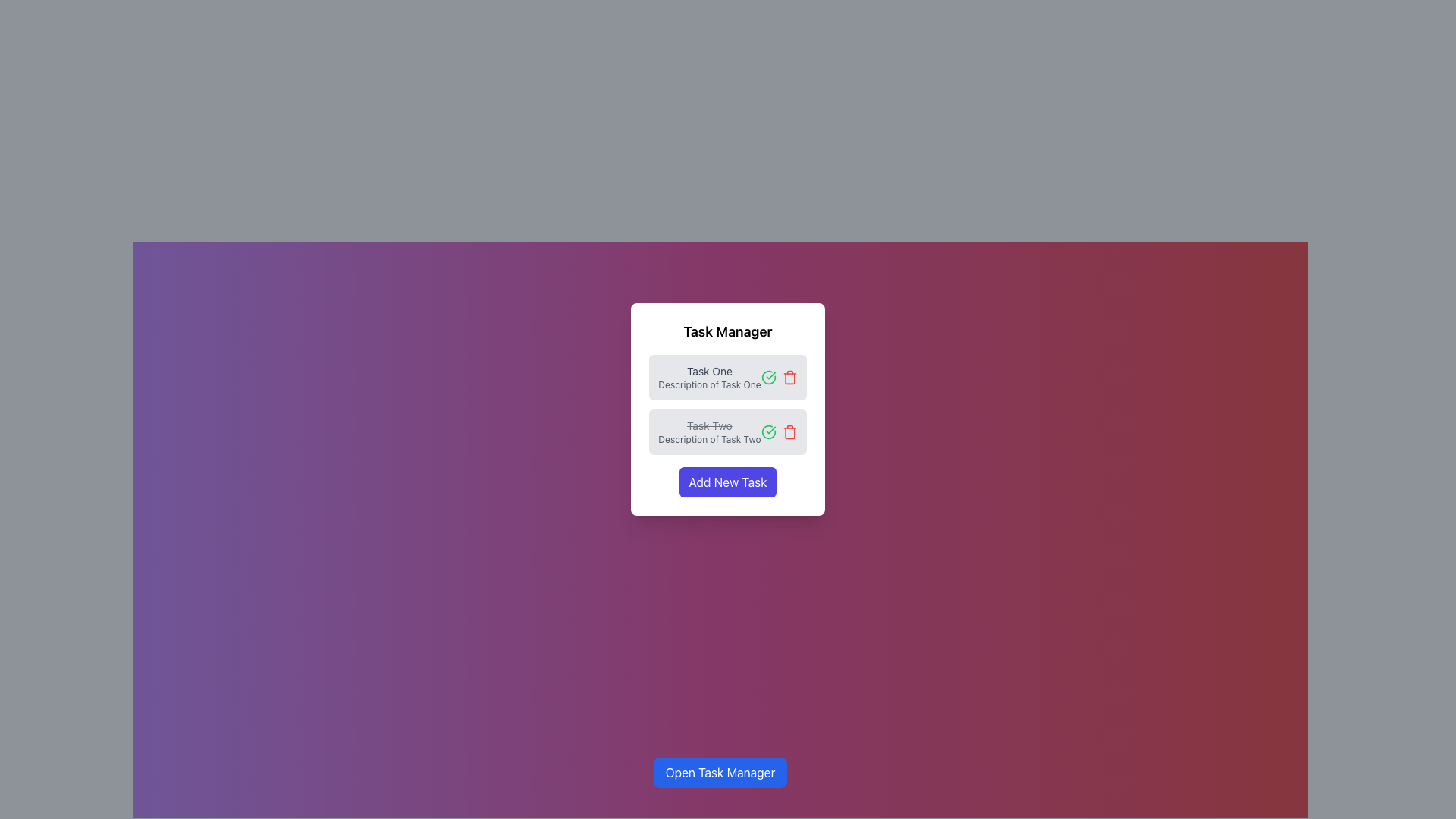 The width and height of the screenshot is (1456, 819). I want to click on on the status indicator icon for 'Task One' in the 'Task Manager' modal, so click(768, 376).